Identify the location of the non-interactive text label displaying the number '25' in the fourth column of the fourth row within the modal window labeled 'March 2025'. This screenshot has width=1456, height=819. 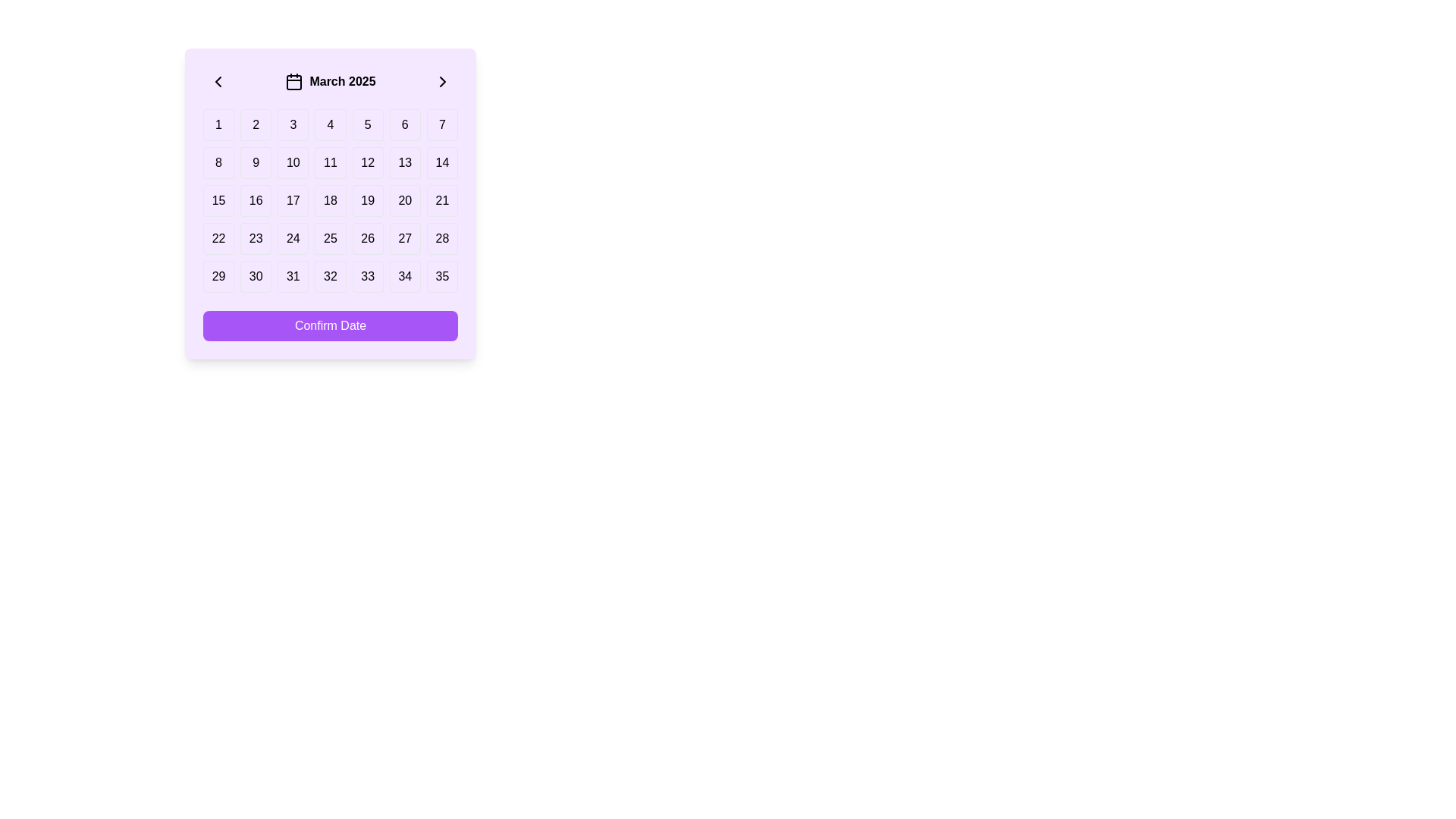
(330, 239).